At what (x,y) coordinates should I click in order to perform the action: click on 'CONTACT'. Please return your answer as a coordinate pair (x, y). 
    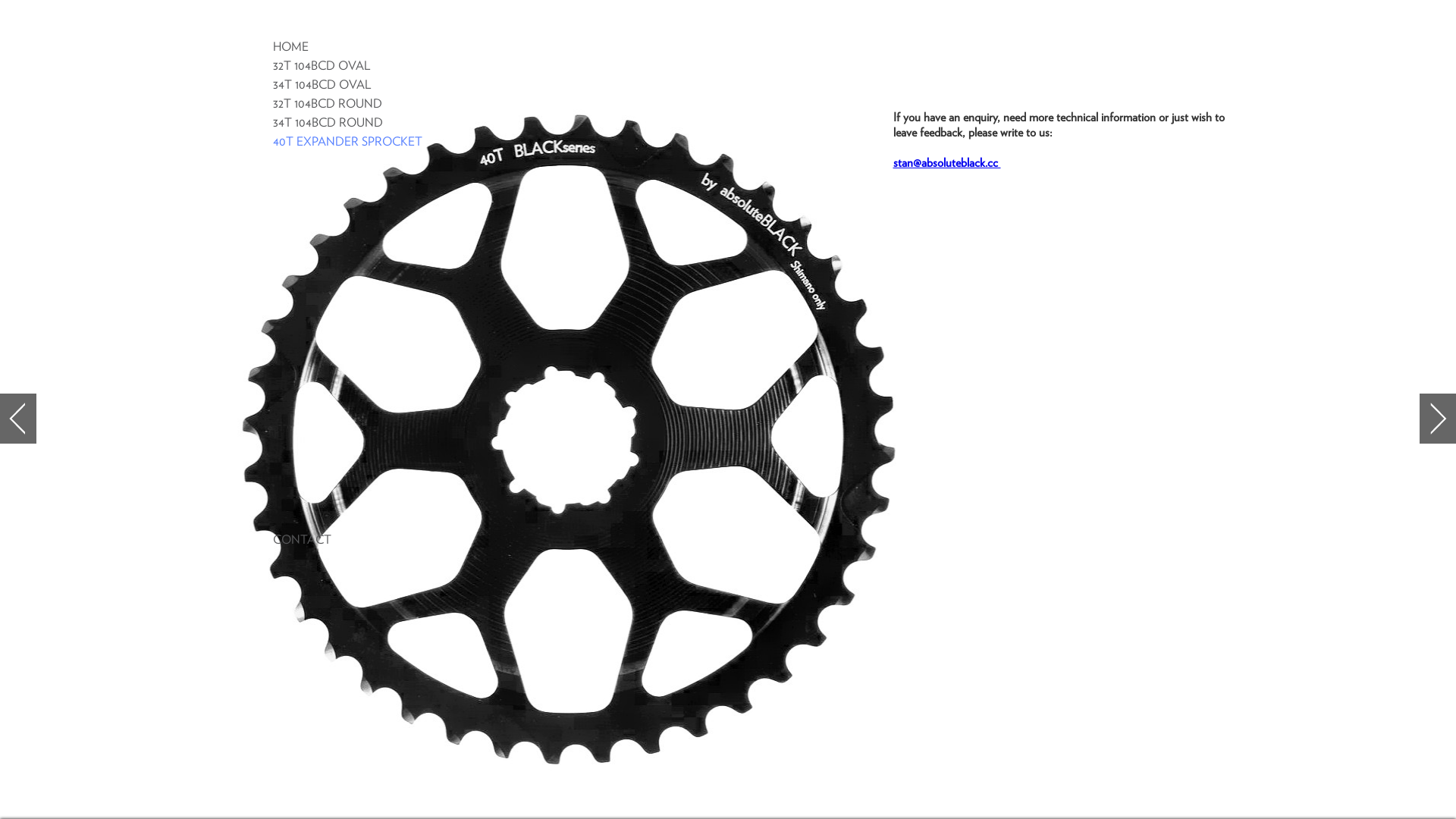
    Looking at the image, I should click on (302, 539).